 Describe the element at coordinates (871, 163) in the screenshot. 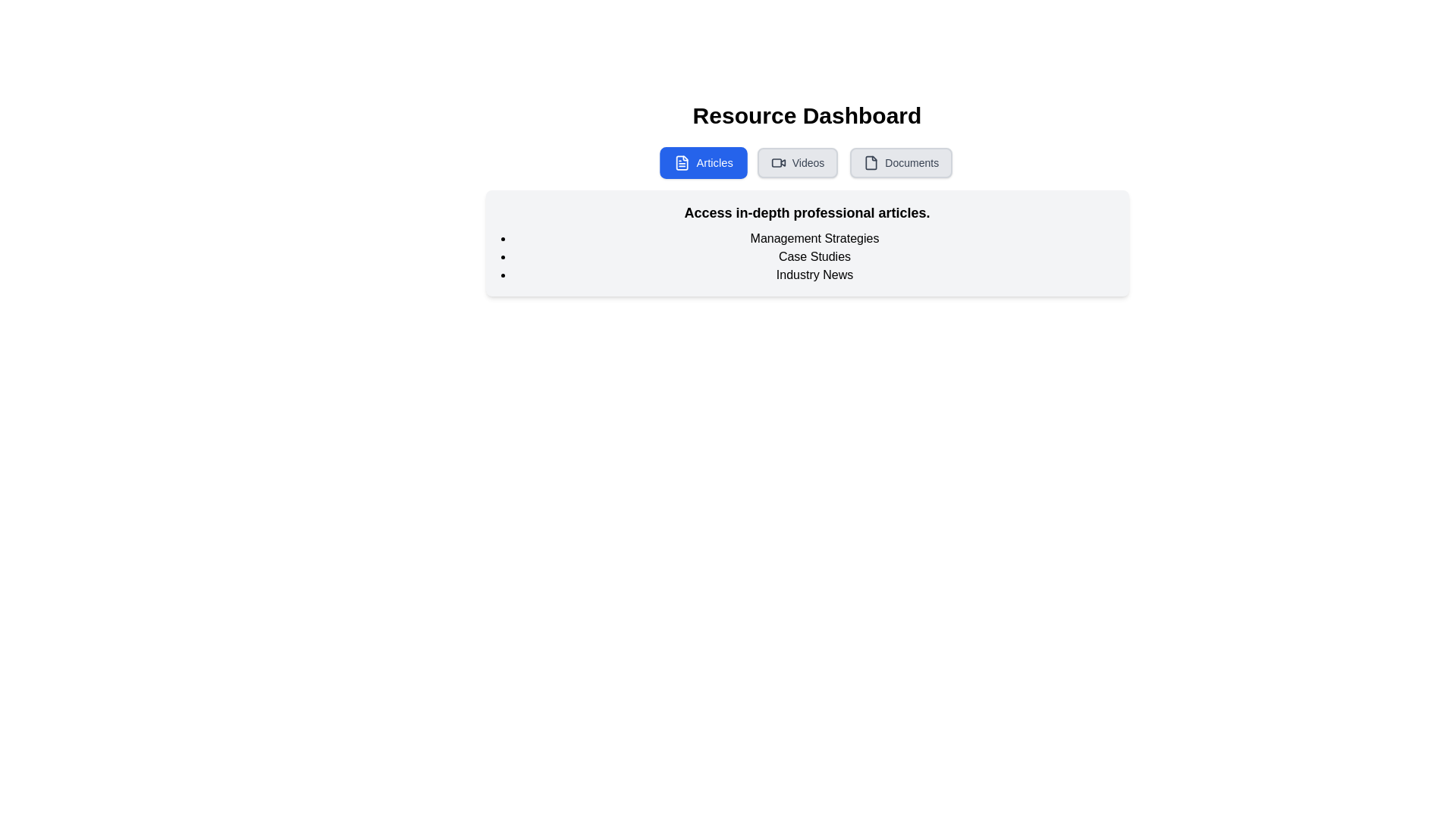

I see `the document icon with a gray outline located in the 'Documents' tab, positioned to the right of the text 'Documents'` at that location.